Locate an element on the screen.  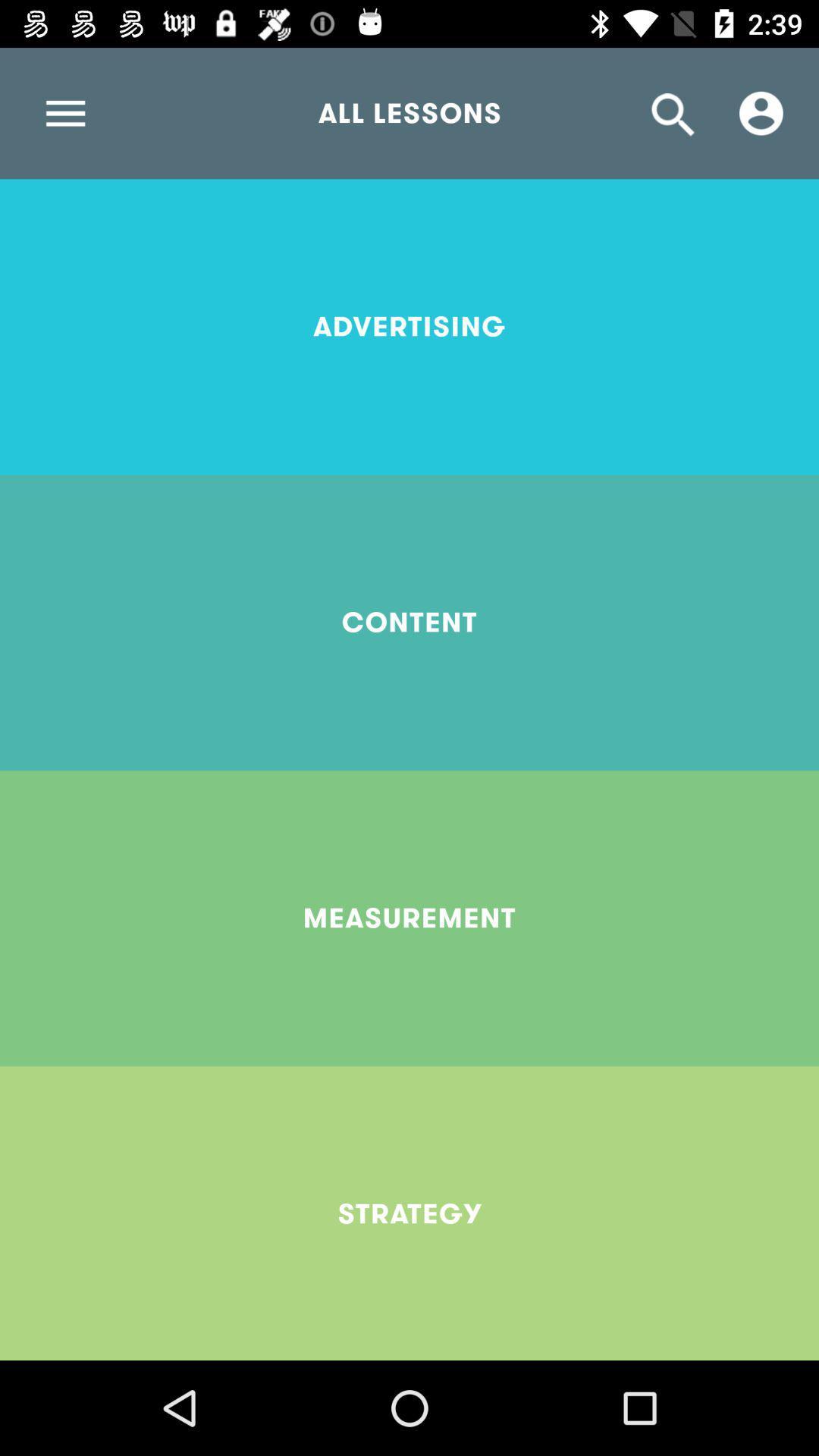
icon at the top left corner is located at coordinates (64, 112).